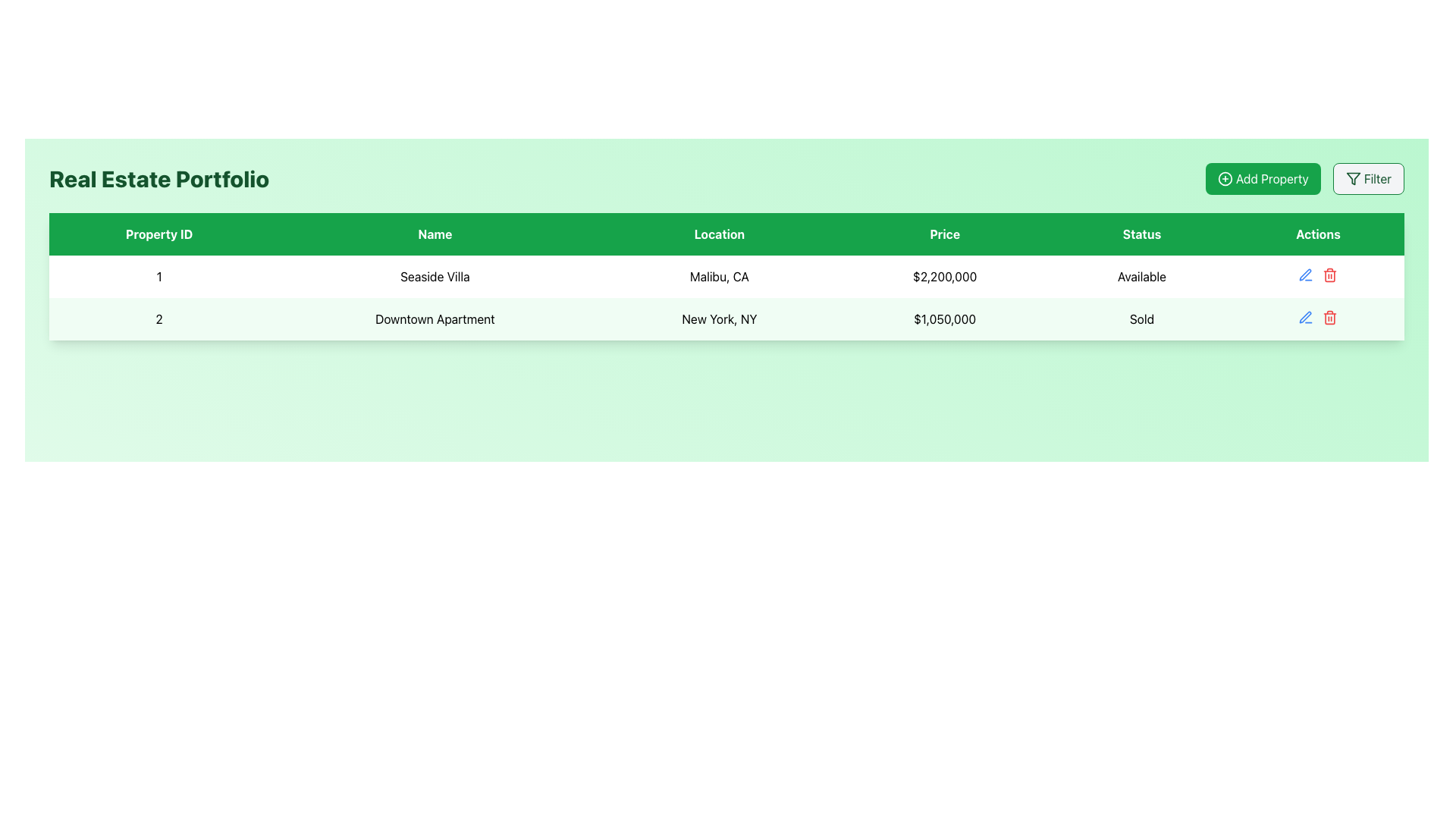 This screenshot has height=819, width=1456. I want to click on the label displaying the property name located in the second row of the table, specifically in the 'Name' column adjacent to the '2' in the 'Property ID' column and 'New York, NY' in the 'Location' column, so click(434, 318).